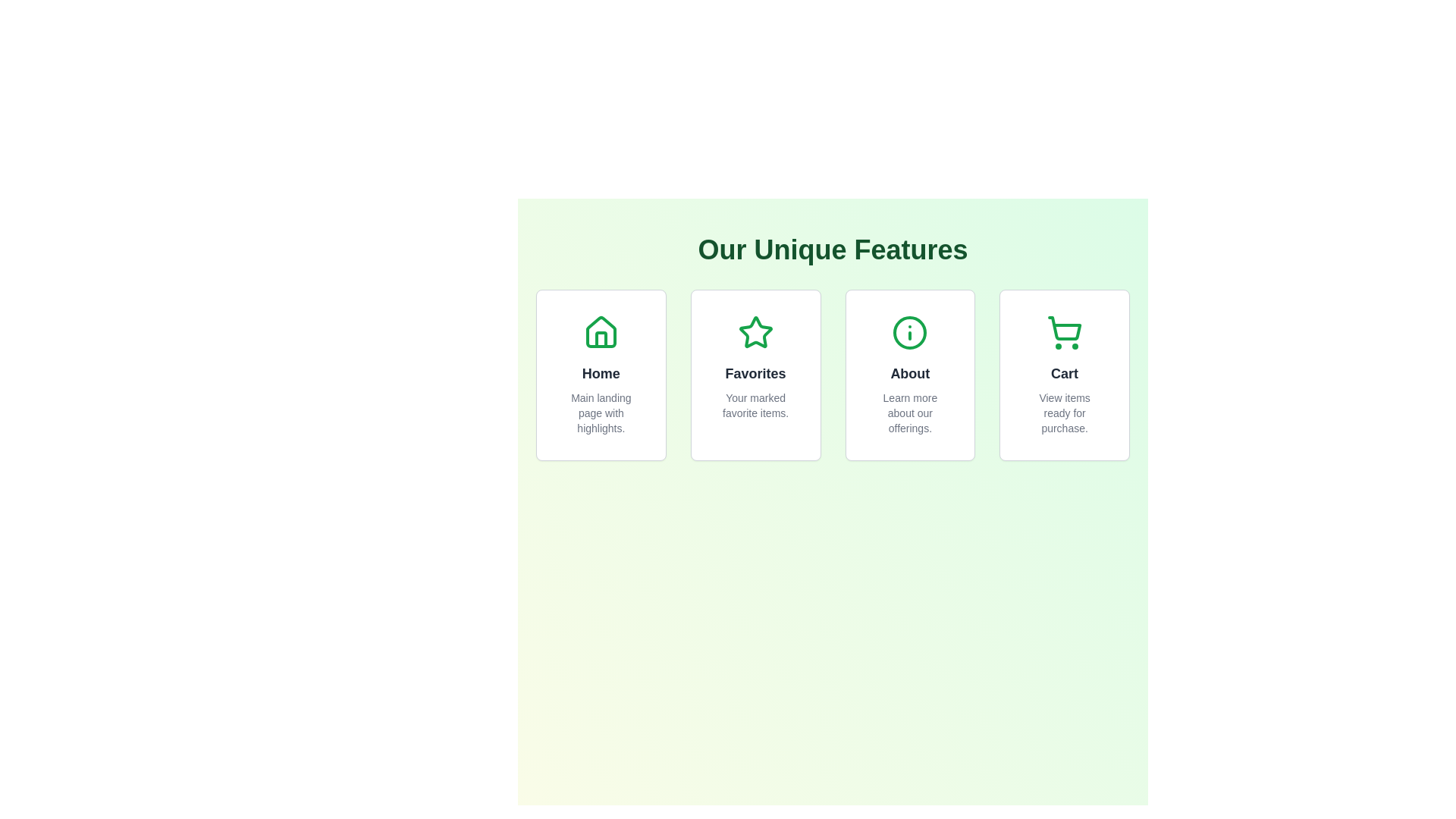 The image size is (1456, 819). I want to click on the house-shaped icon with a green outline and white interior located at the upper part of the 'Home' card, so click(600, 332).